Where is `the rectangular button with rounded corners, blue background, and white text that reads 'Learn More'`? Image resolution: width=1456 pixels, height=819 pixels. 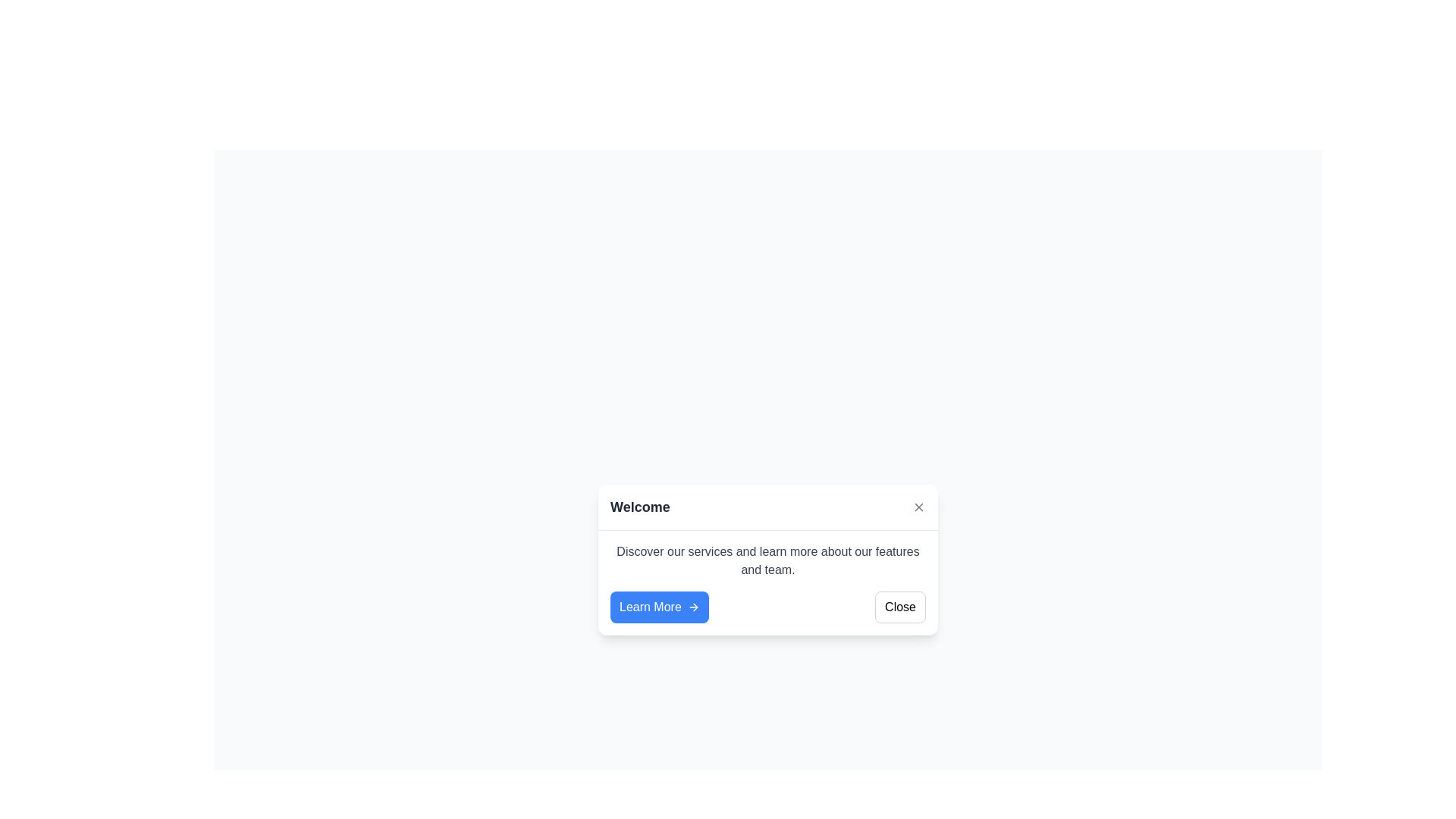 the rectangular button with rounded corners, blue background, and white text that reads 'Learn More' is located at coordinates (659, 606).